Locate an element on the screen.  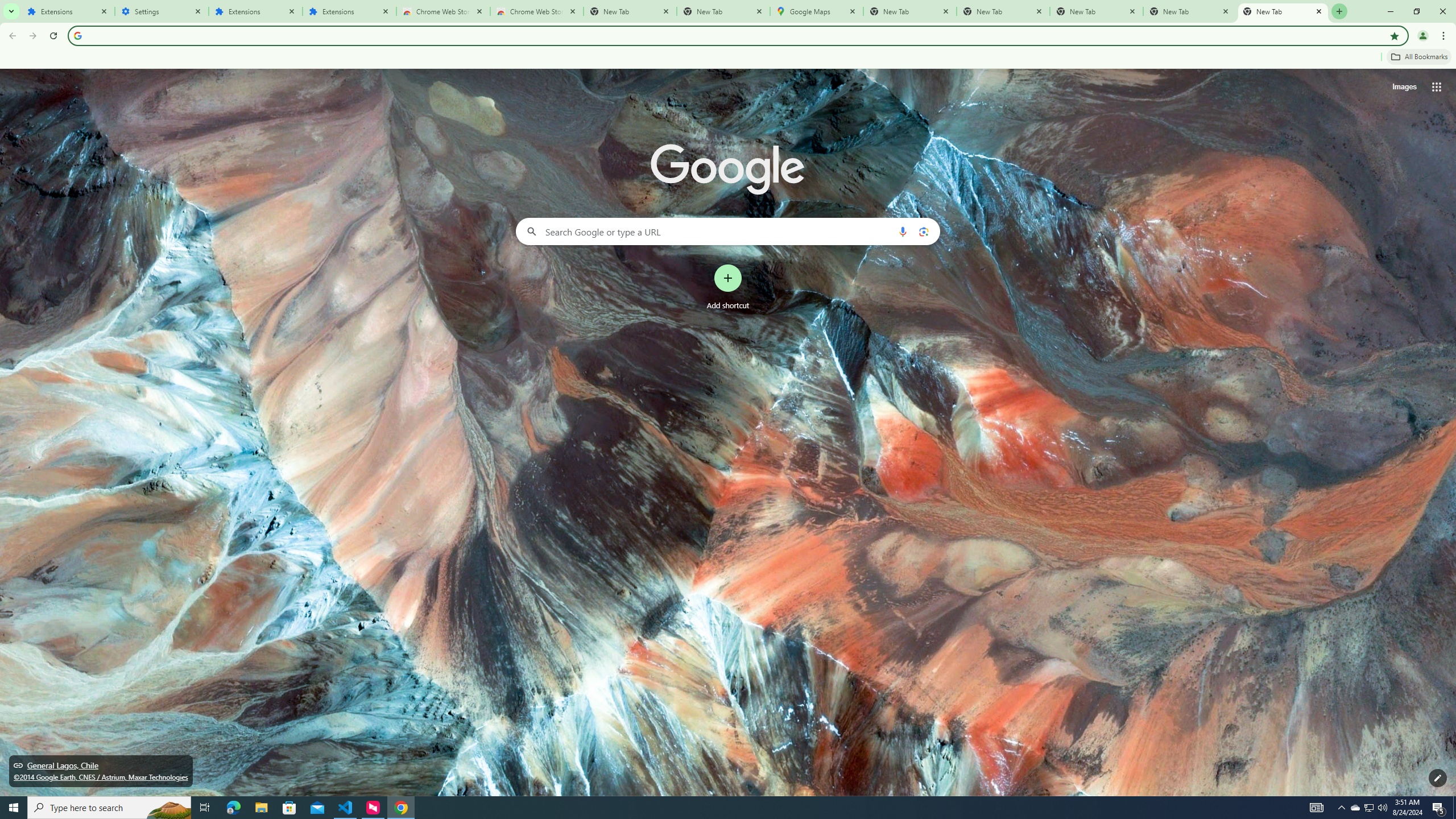
'Customize this page' is located at coordinates (1437, 777).